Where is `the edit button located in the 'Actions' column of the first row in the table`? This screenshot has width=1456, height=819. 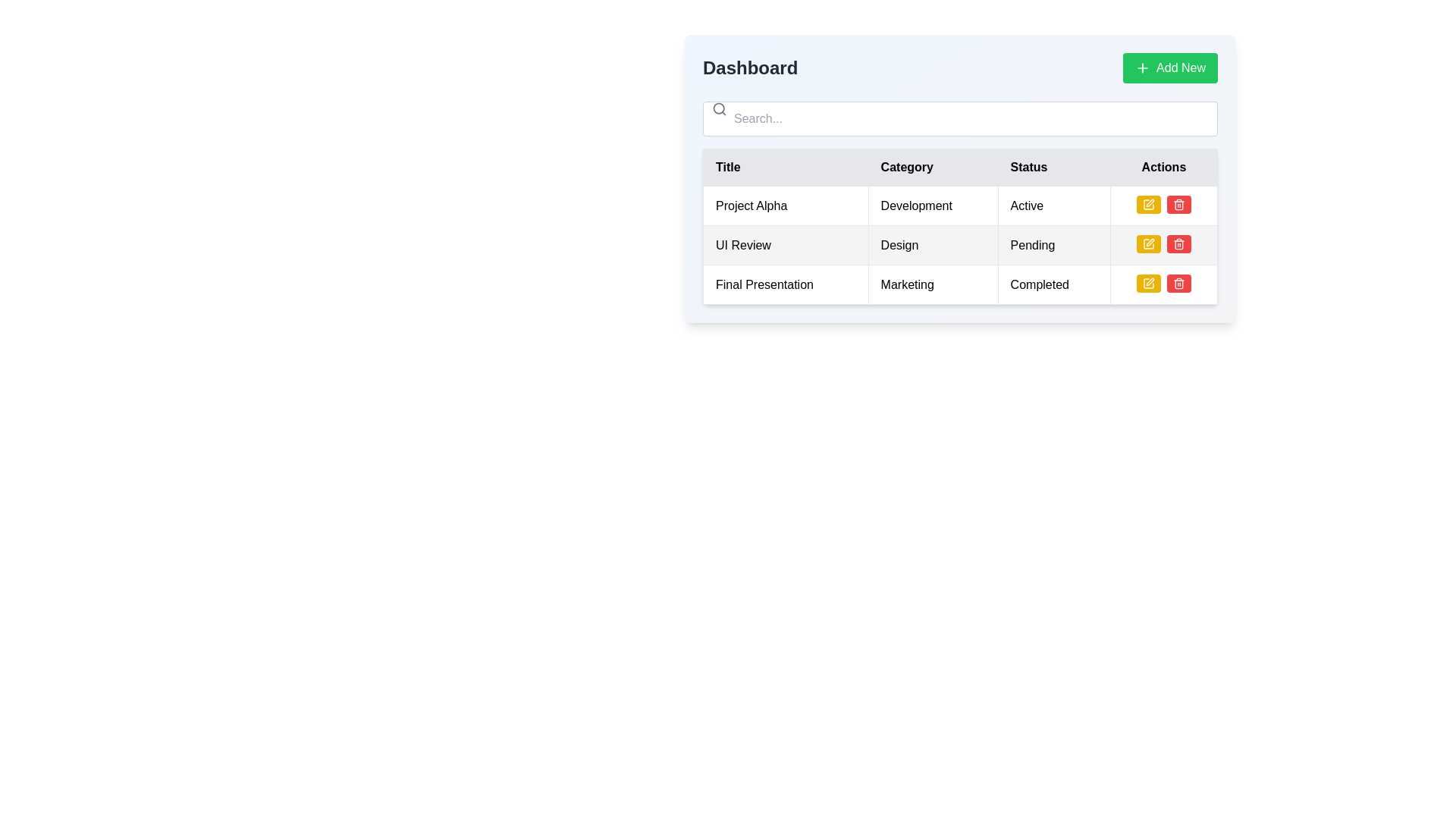 the edit button located in the 'Actions' column of the first row in the table is located at coordinates (1148, 205).